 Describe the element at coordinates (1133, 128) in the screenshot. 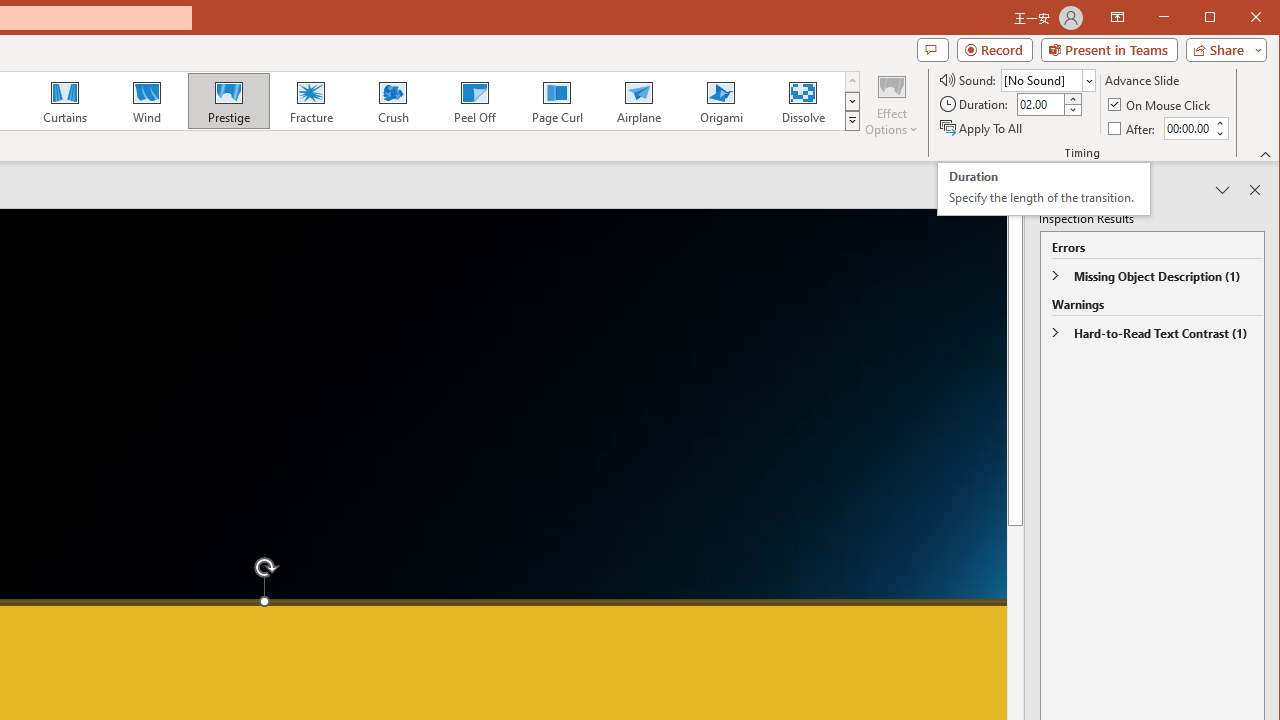

I see `'After'` at that location.